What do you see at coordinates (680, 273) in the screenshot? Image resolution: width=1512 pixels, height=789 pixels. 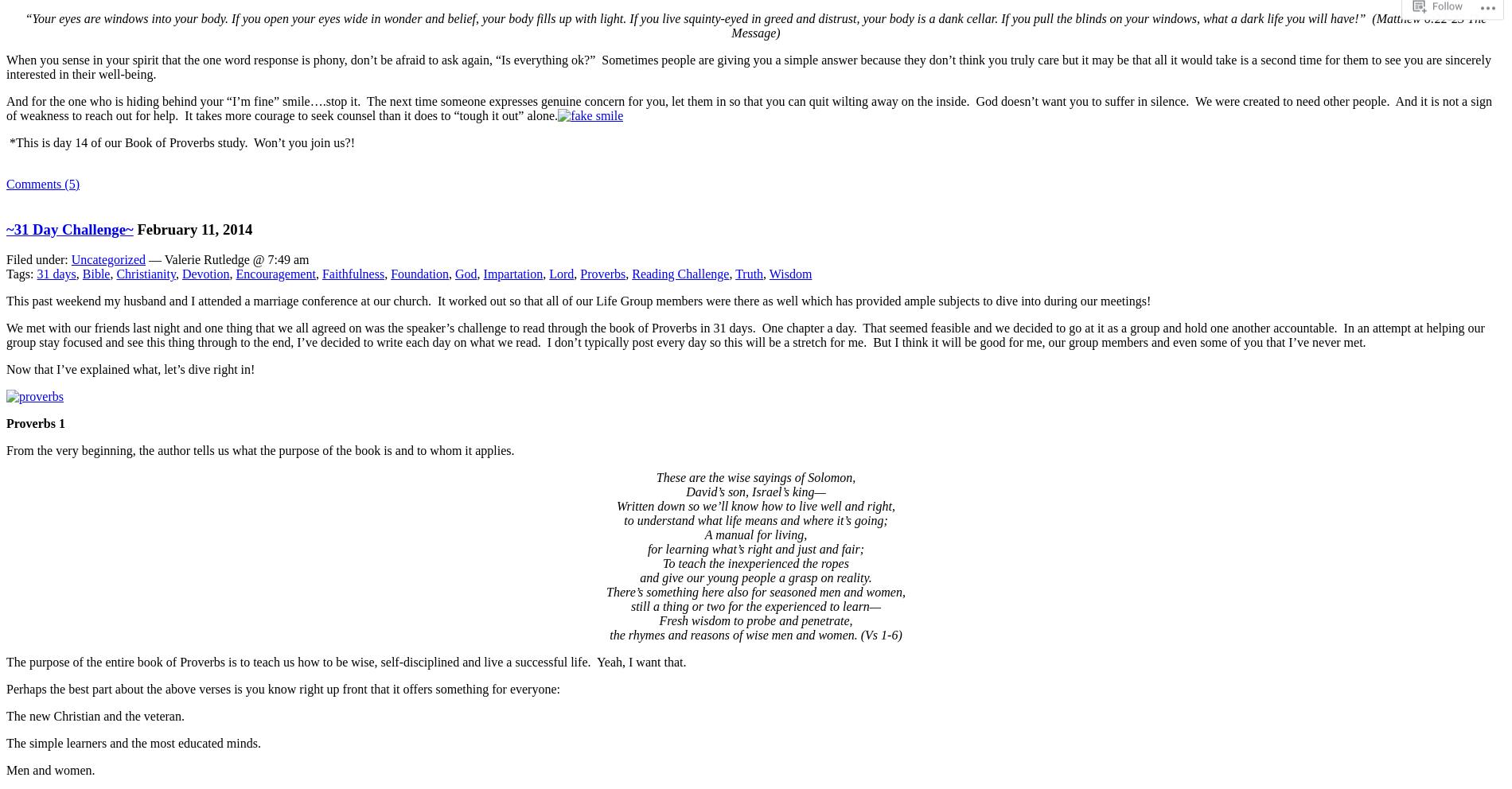 I see `'Reading Challenge'` at bounding box center [680, 273].